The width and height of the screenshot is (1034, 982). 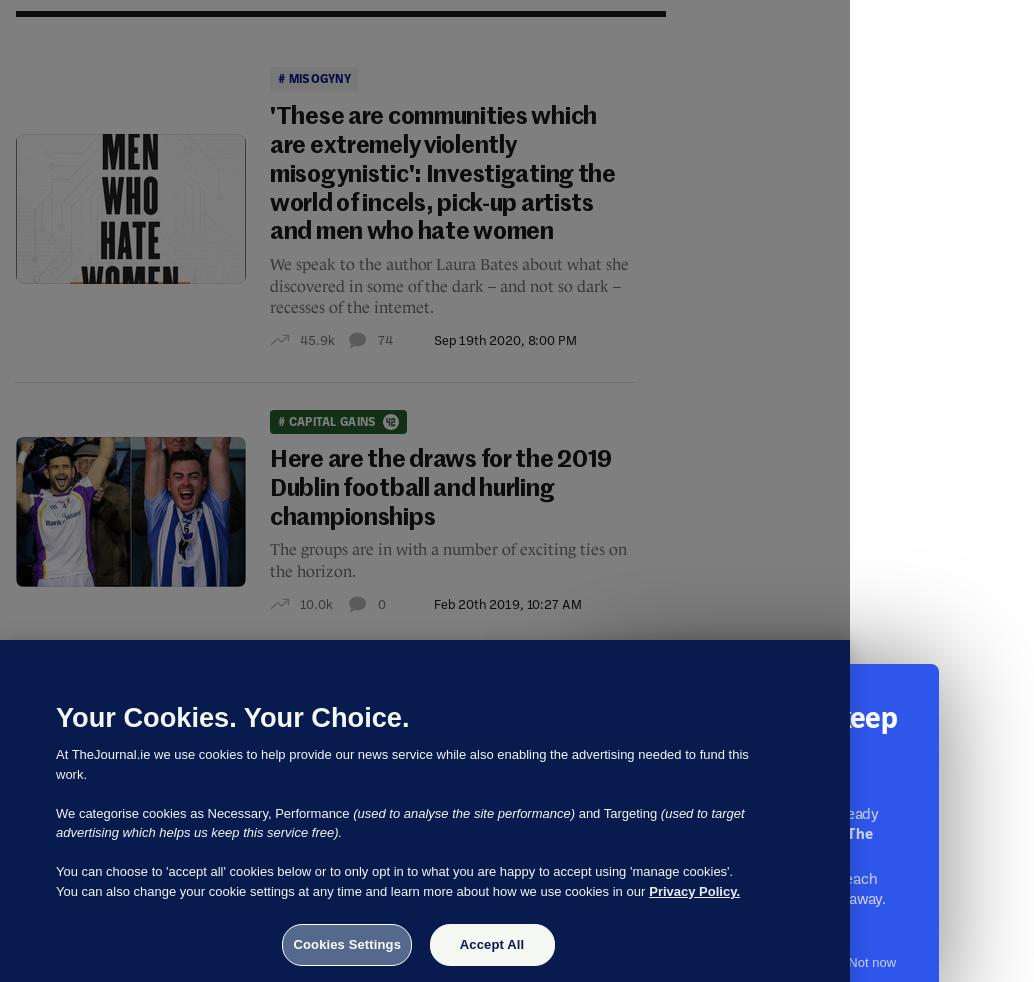 I want to click on 'Not now', so click(x=846, y=962).